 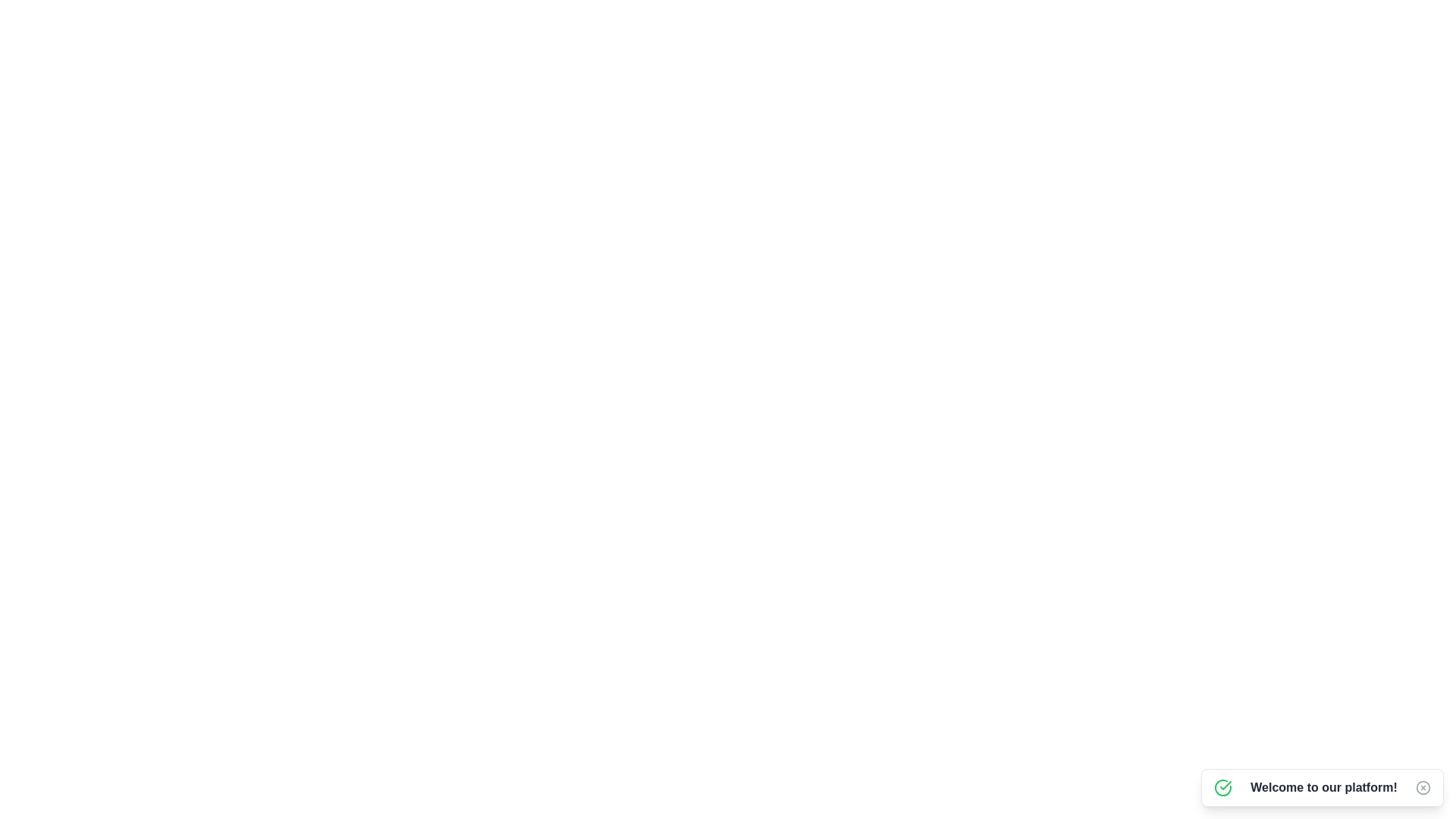 What do you see at coordinates (1321, 786) in the screenshot?
I see `the notification card element located at the bottom-right corner of the interface` at bounding box center [1321, 786].